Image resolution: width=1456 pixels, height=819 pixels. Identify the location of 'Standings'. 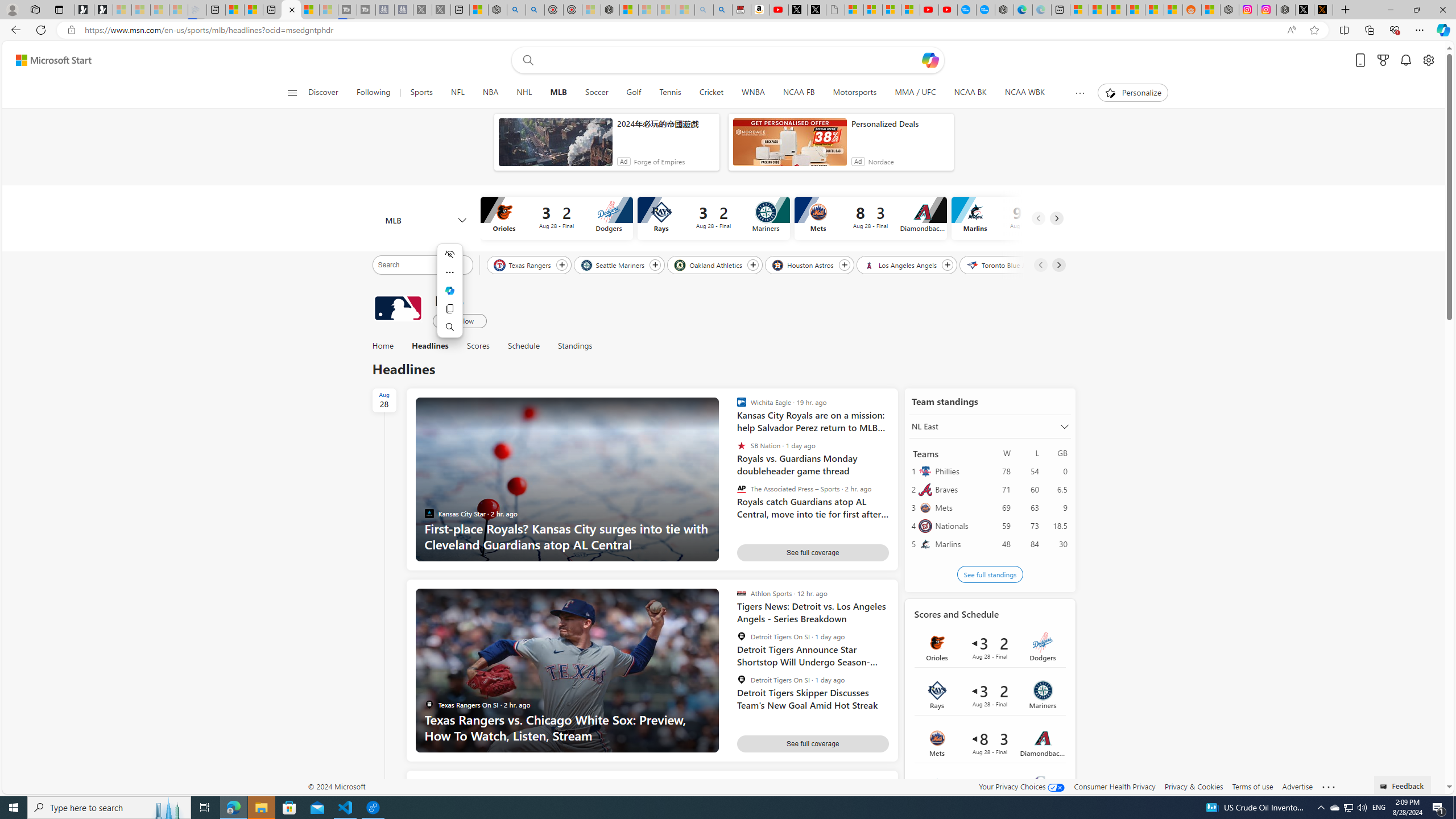
(570, 346).